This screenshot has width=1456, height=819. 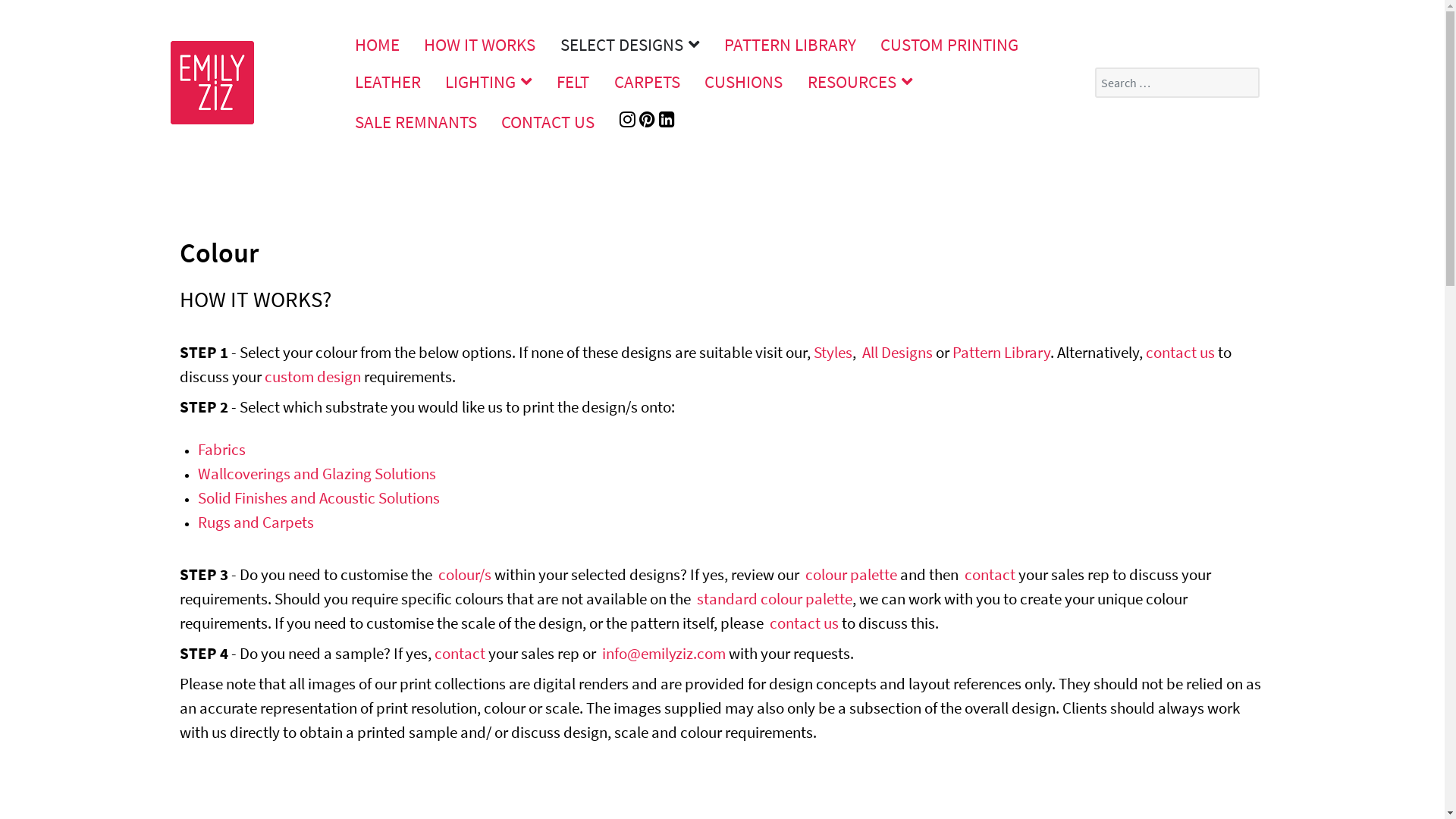 I want to click on 'HOME', so click(x=377, y=43).